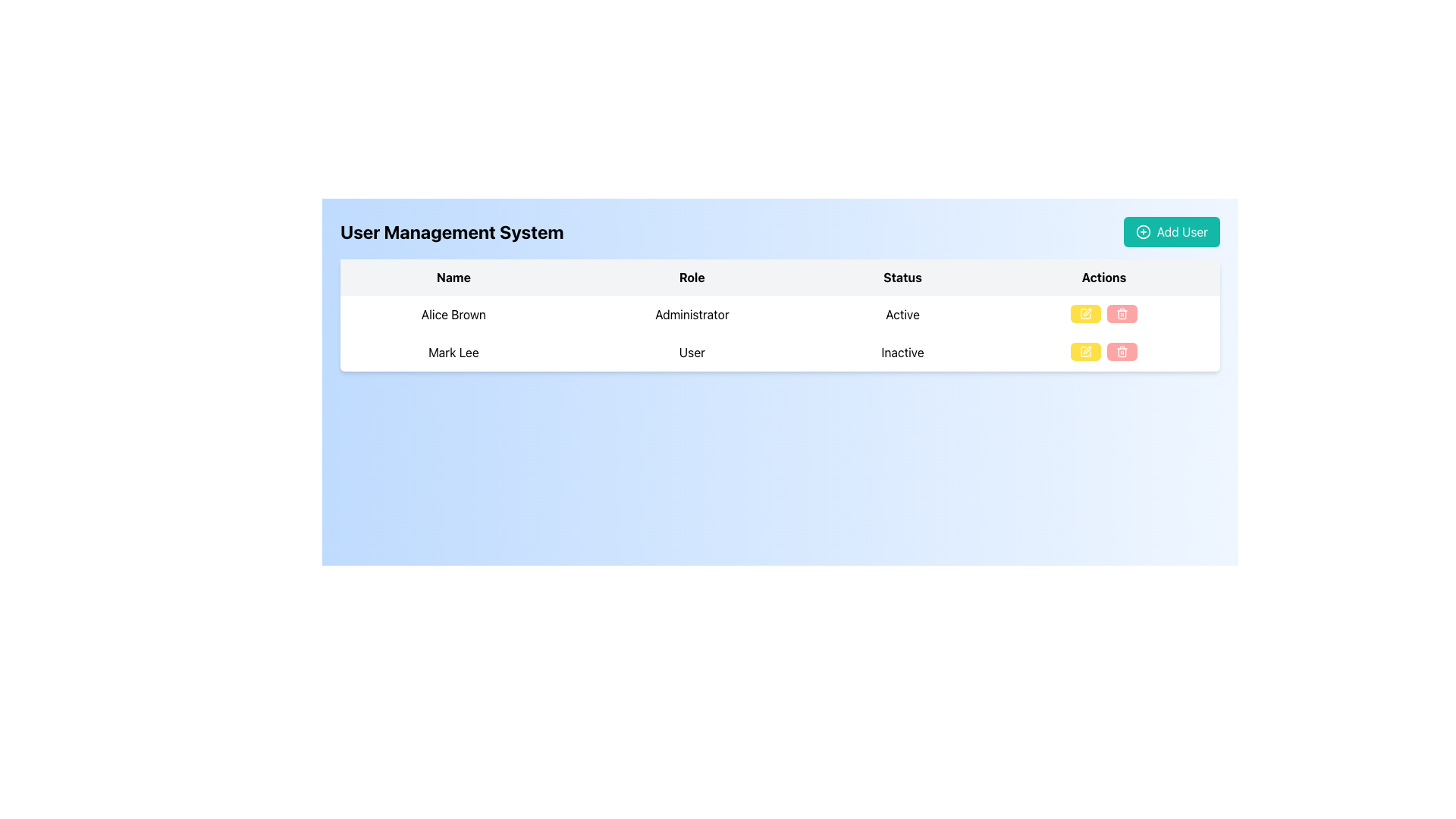 This screenshot has height=819, width=1456. What do you see at coordinates (453, 278) in the screenshot?
I see `the text label displaying 'Name' in the header row of the table, which is bold and center aligned` at bounding box center [453, 278].